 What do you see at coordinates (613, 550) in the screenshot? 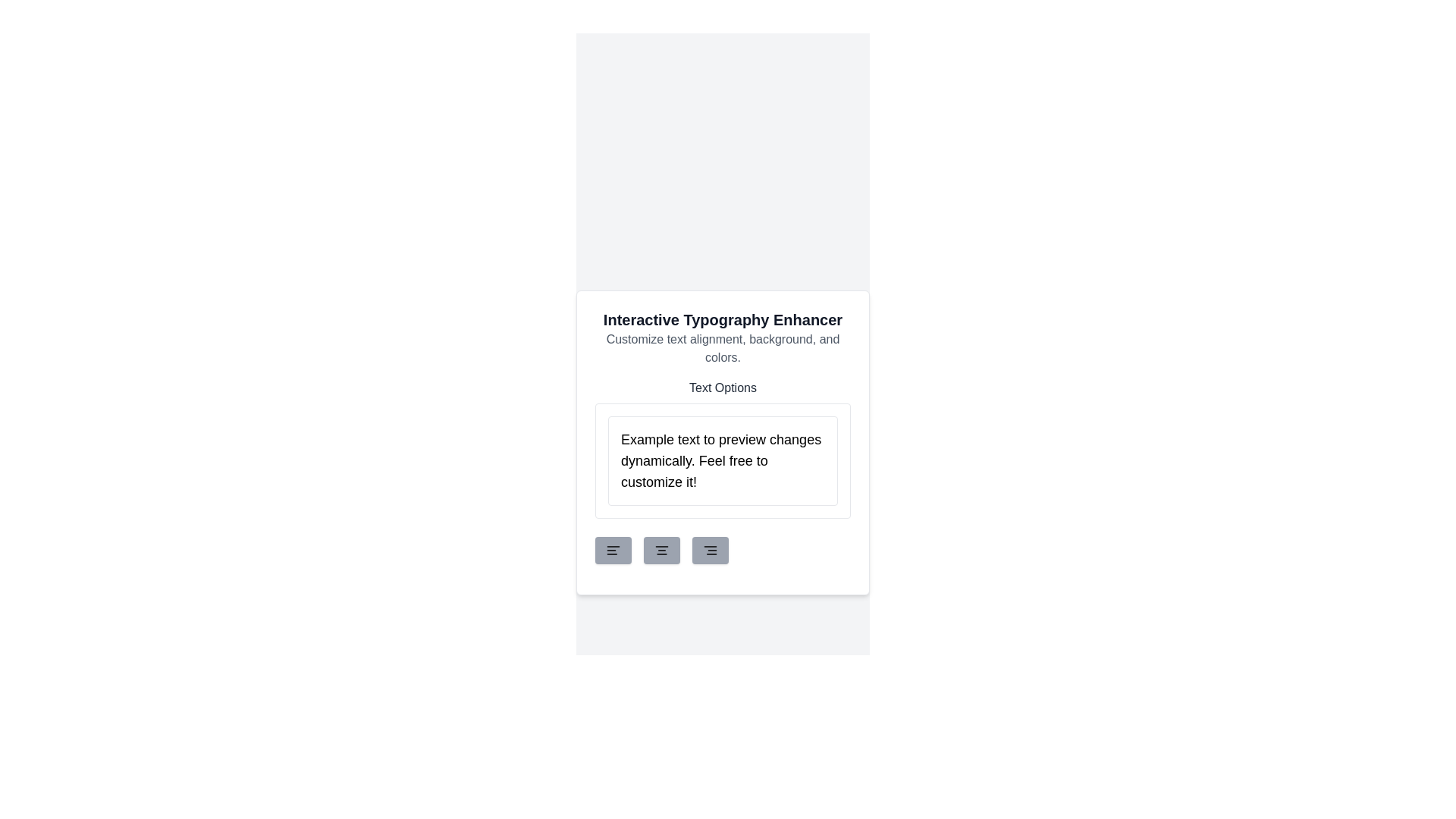
I see `the left-alignment button, which has a light gray background and an icon of three horizontal lines, to apply left alignment` at bounding box center [613, 550].